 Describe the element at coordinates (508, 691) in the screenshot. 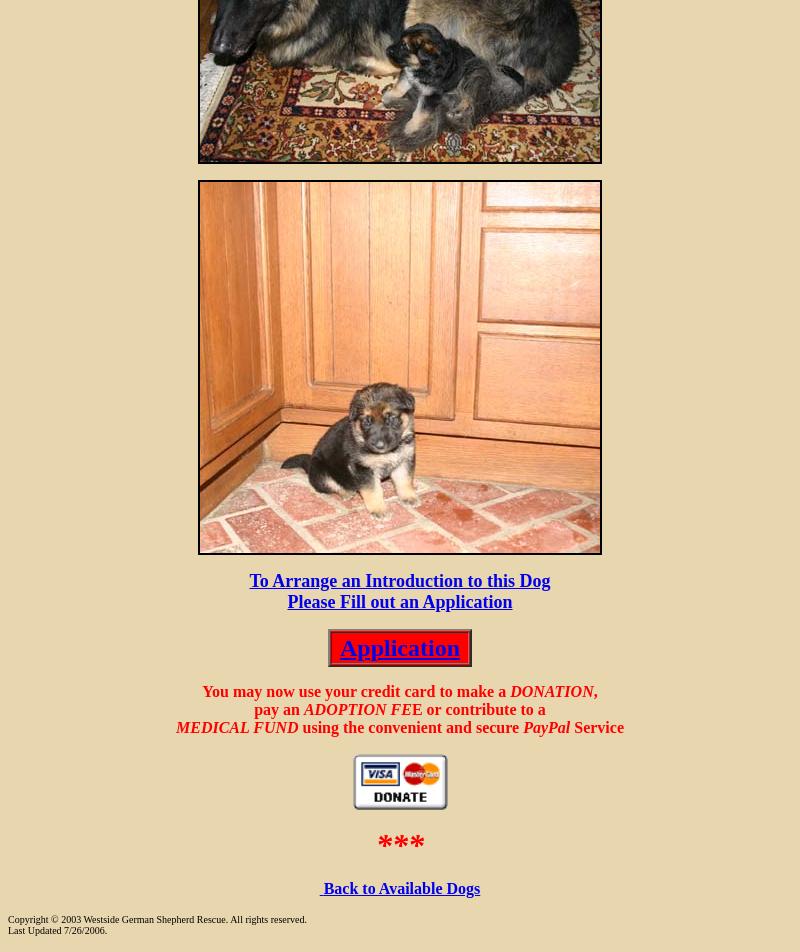

I see `'DONATION'` at that location.